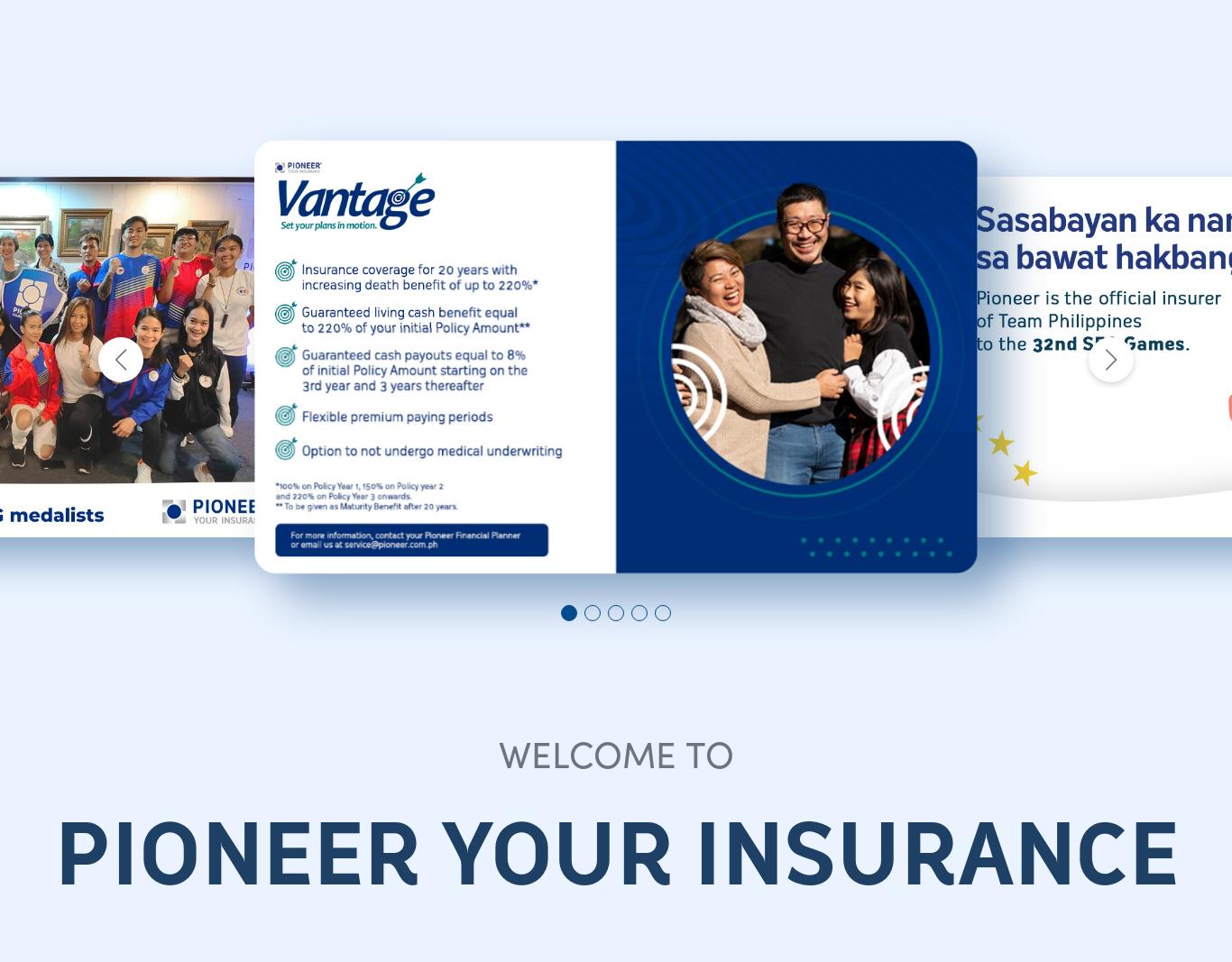 The width and height of the screenshot is (1232, 962). What do you see at coordinates (219, 146) in the screenshot?
I see `'Branches
Near You'` at bounding box center [219, 146].